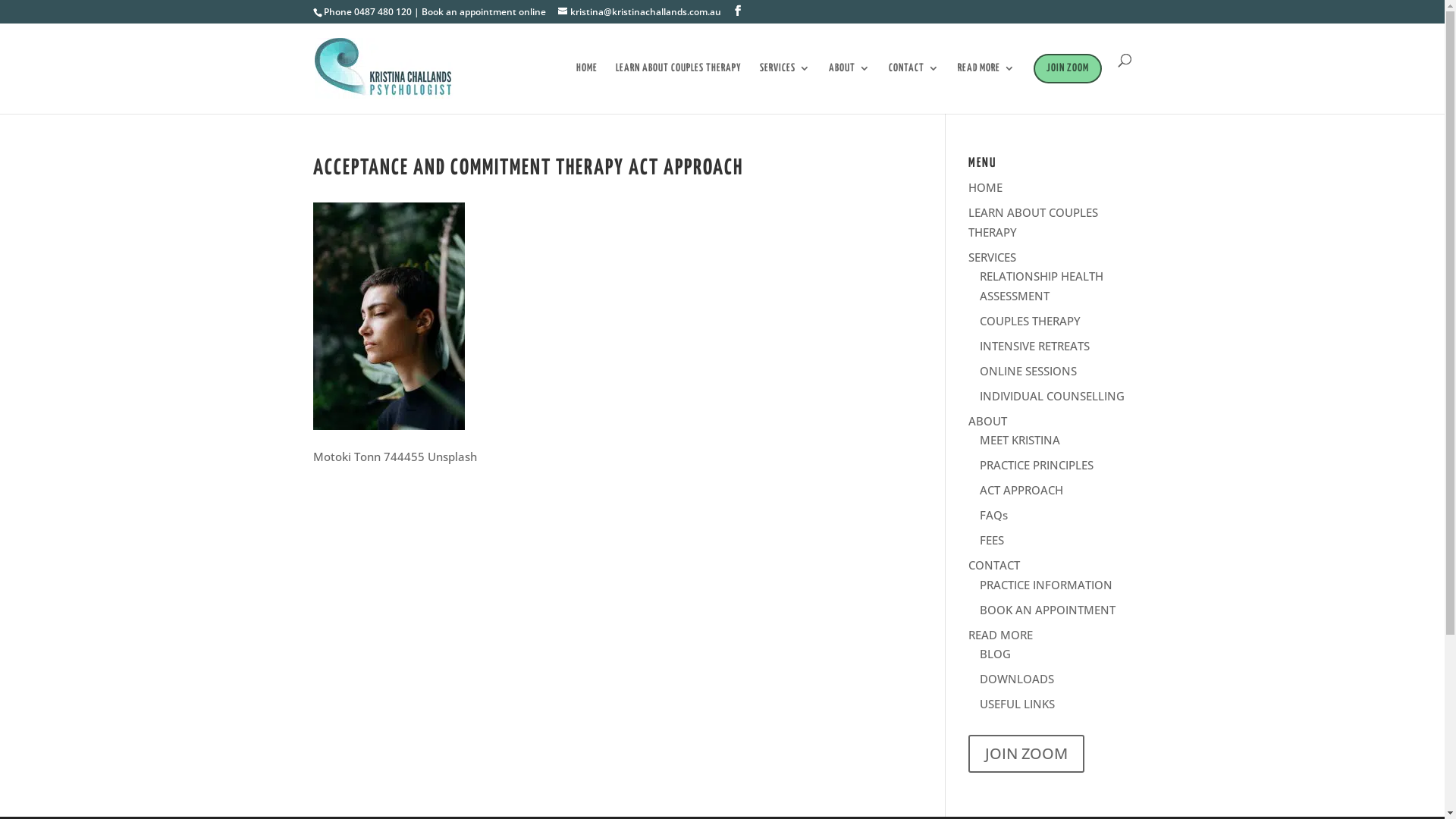  What do you see at coordinates (1051, 394) in the screenshot?
I see `'INDIVIDUAL COUNSELLING'` at bounding box center [1051, 394].